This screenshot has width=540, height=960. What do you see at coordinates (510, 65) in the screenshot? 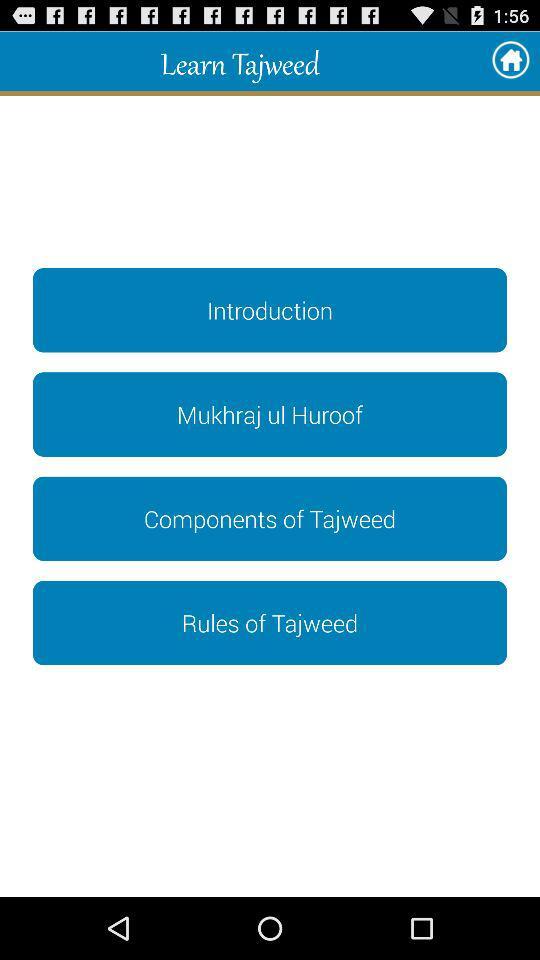
I see `the home icon` at bounding box center [510, 65].